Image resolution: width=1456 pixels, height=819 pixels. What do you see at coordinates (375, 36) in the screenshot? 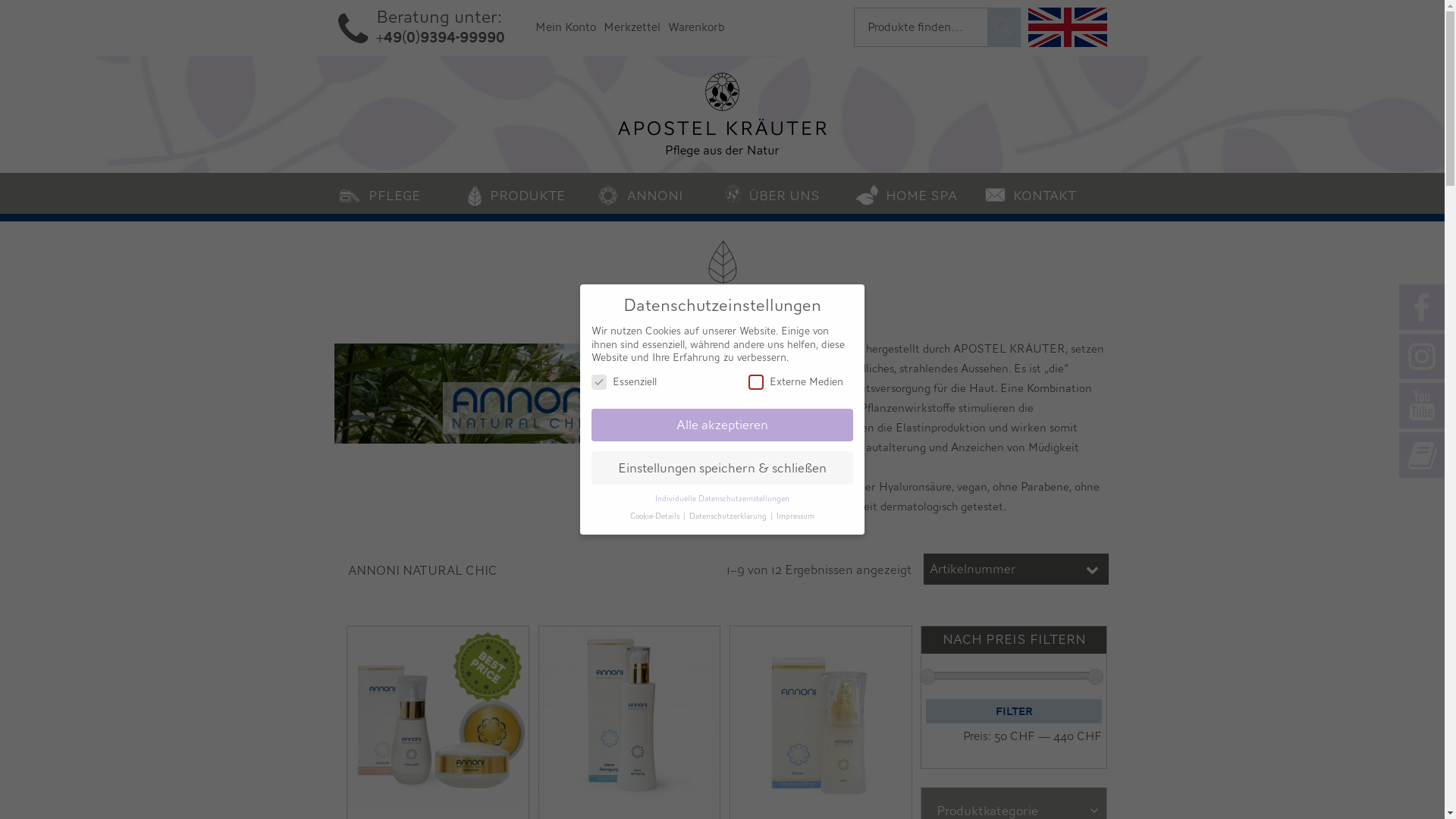
I see `'+49(0)9394-99990'` at bounding box center [375, 36].